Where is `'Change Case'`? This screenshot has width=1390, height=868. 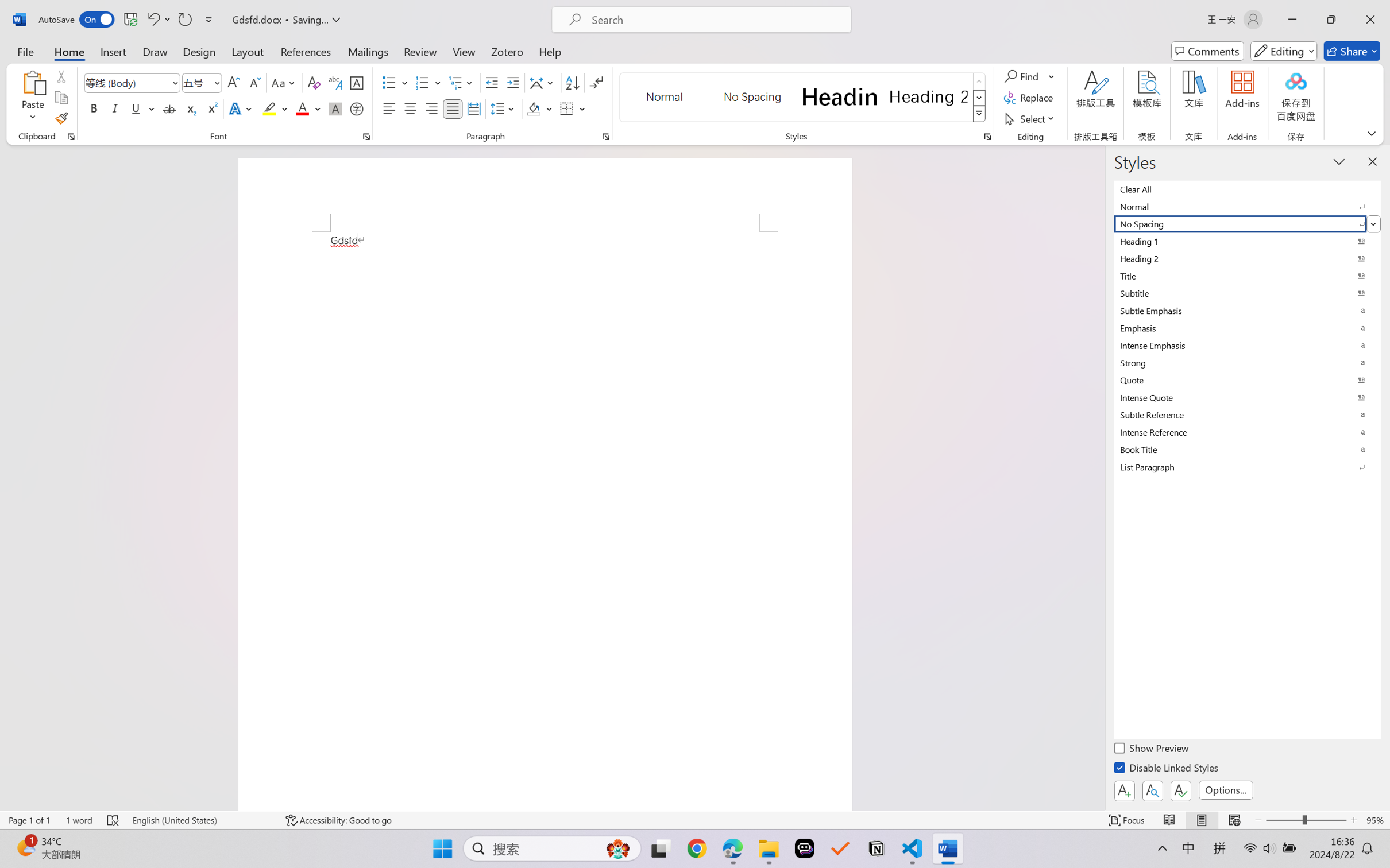
'Change Case' is located at coordinates (283, 83).